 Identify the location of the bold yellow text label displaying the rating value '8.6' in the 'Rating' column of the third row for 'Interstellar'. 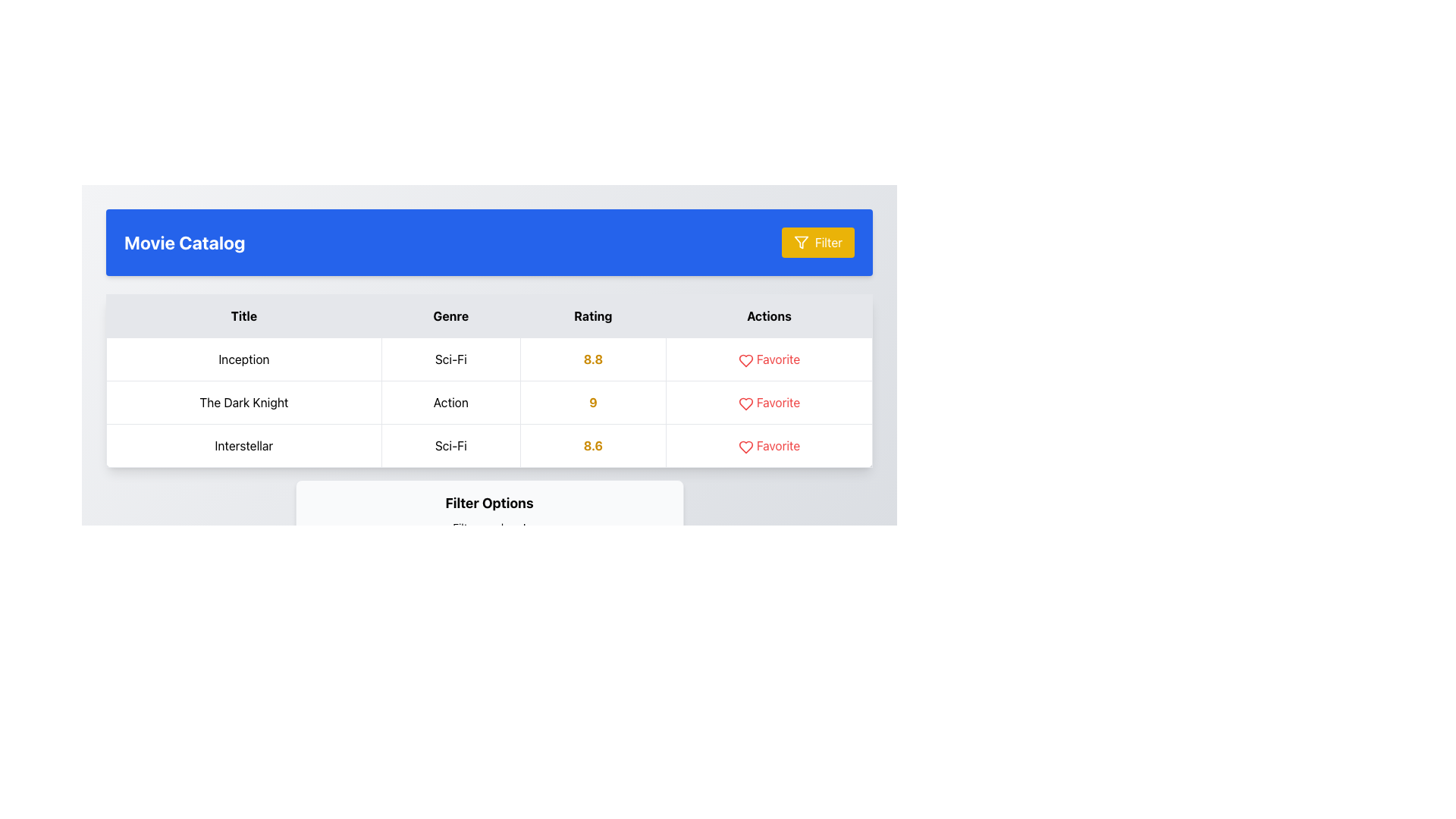
(592, 444).